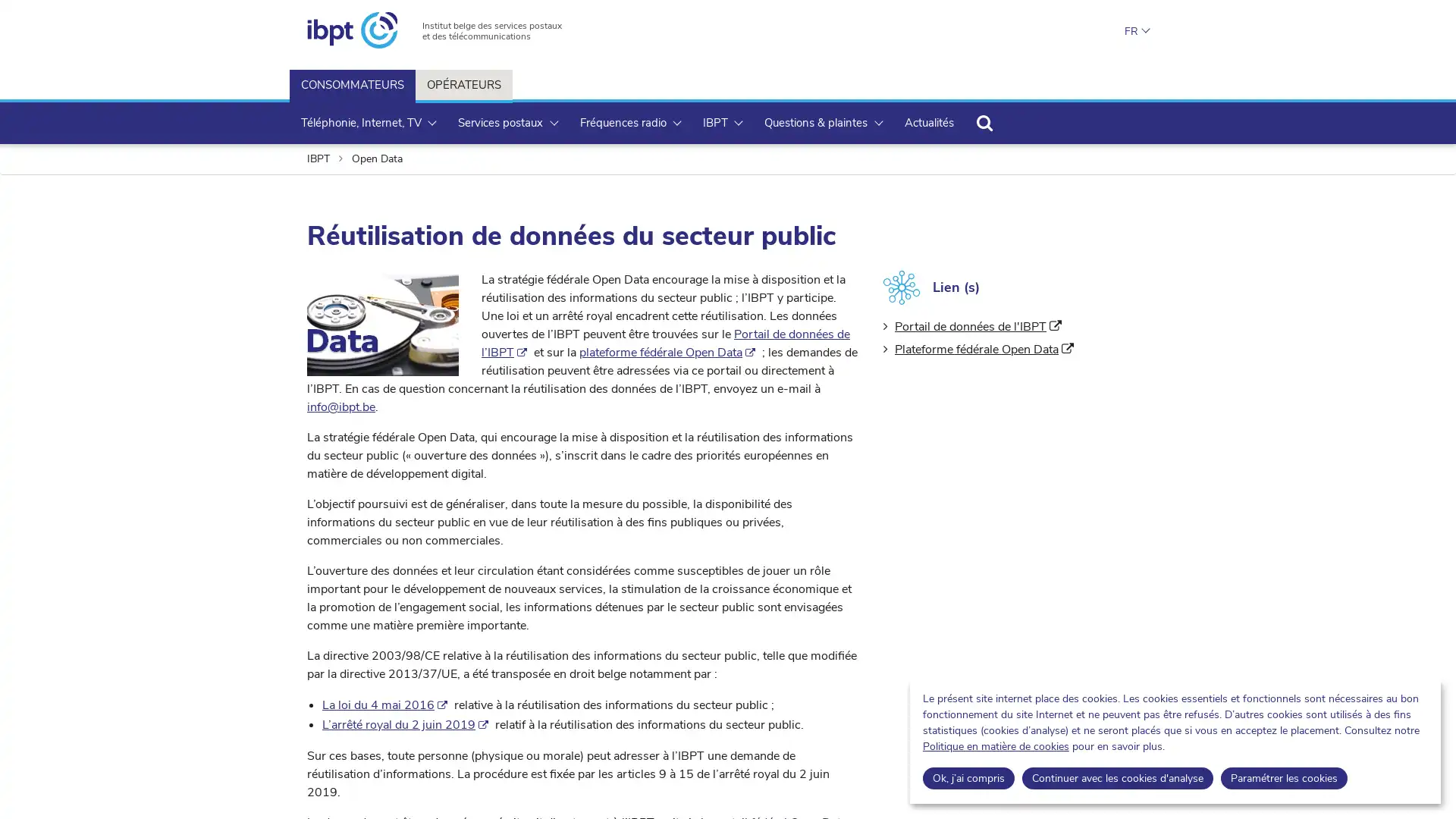  Describe the element at coordinates (629, 122) in the screenshot. I see `Frequences radio` at that location.